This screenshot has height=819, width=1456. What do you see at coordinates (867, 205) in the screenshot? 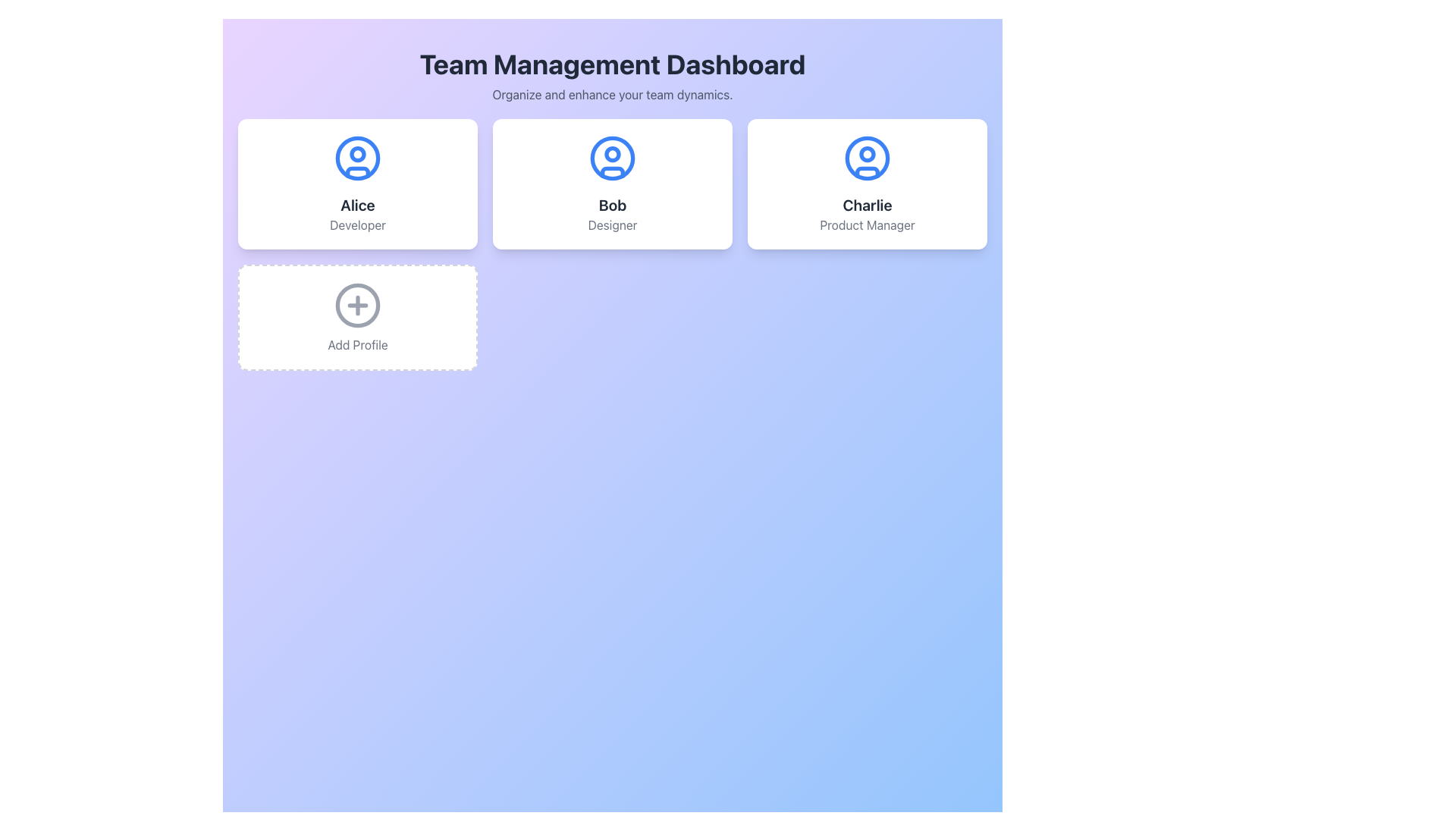
I see `the static text label displaying the user's name 'Charlie - Product Manager' located in the top-right of the profile card` at bounding box center [867, 205].